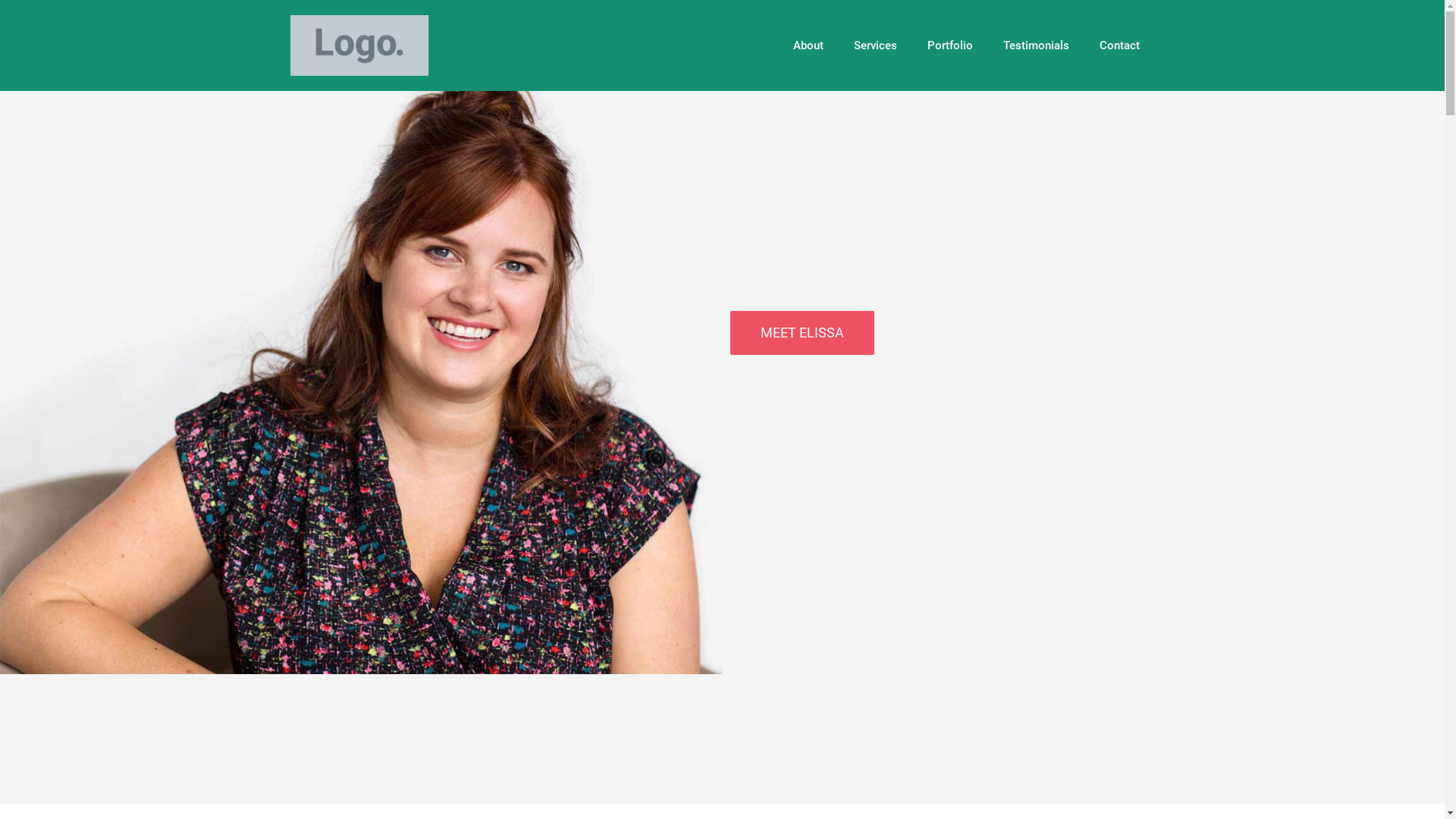  What do you see at coordinates (875, 45) in the screenshot?
I see `'Services'` at bounding box center [875, 45].